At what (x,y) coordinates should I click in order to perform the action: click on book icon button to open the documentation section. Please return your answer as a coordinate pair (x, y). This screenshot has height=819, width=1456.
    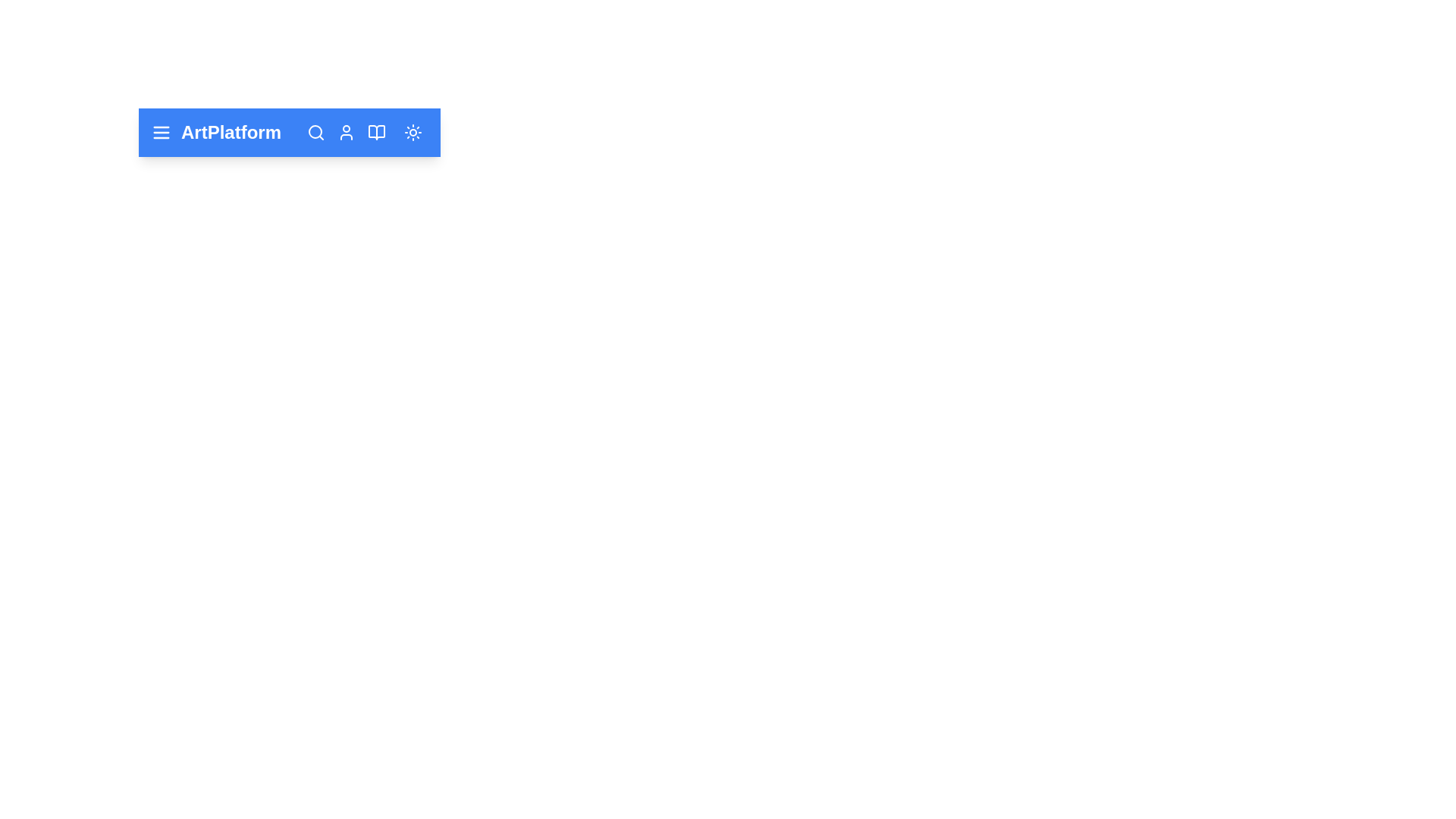
    Looking at the image, I should click on (377, 131).